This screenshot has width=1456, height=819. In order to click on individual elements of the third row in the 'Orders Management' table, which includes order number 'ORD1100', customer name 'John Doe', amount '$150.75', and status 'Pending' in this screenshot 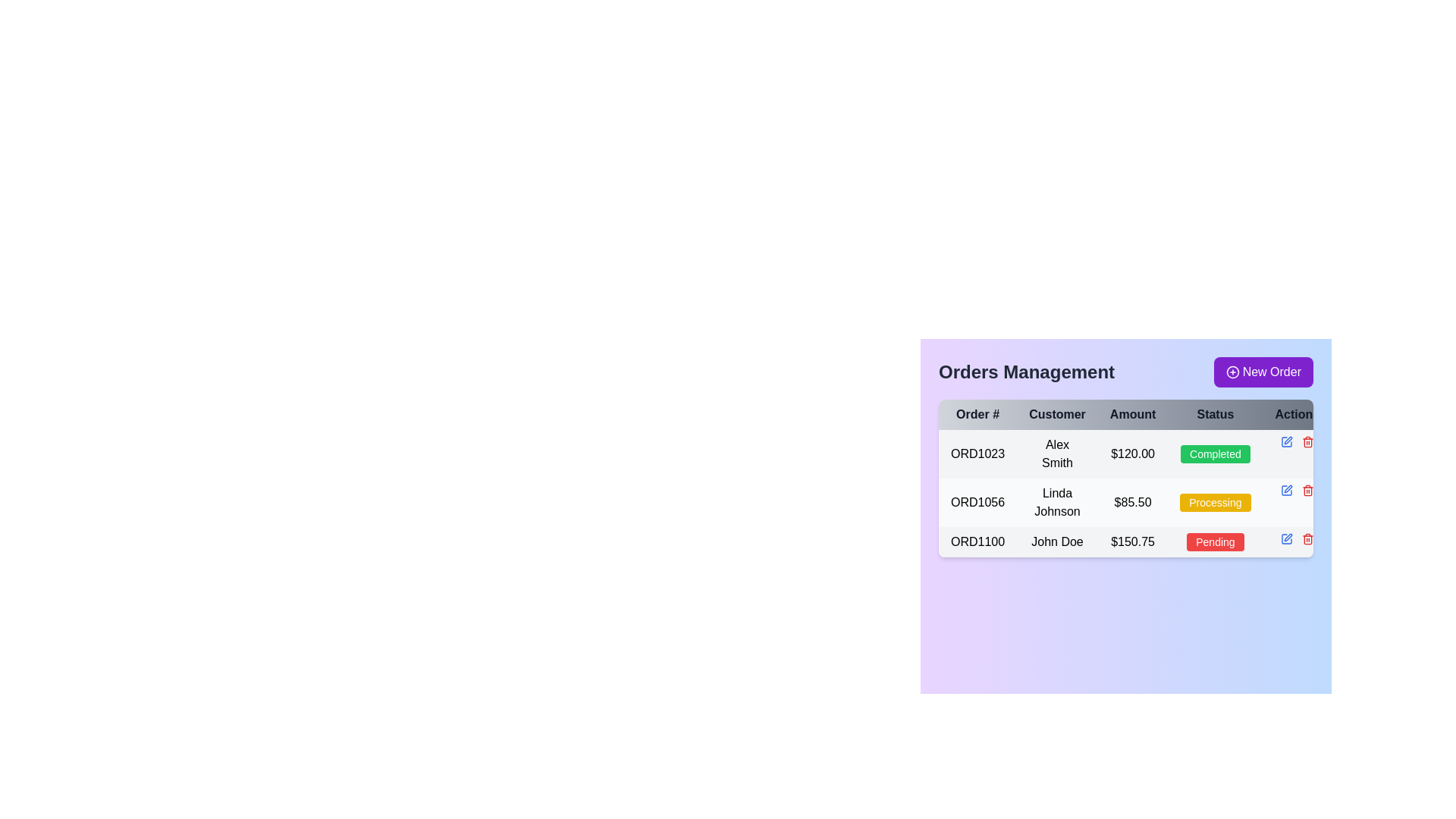, I will do `click(1135, 541)`.